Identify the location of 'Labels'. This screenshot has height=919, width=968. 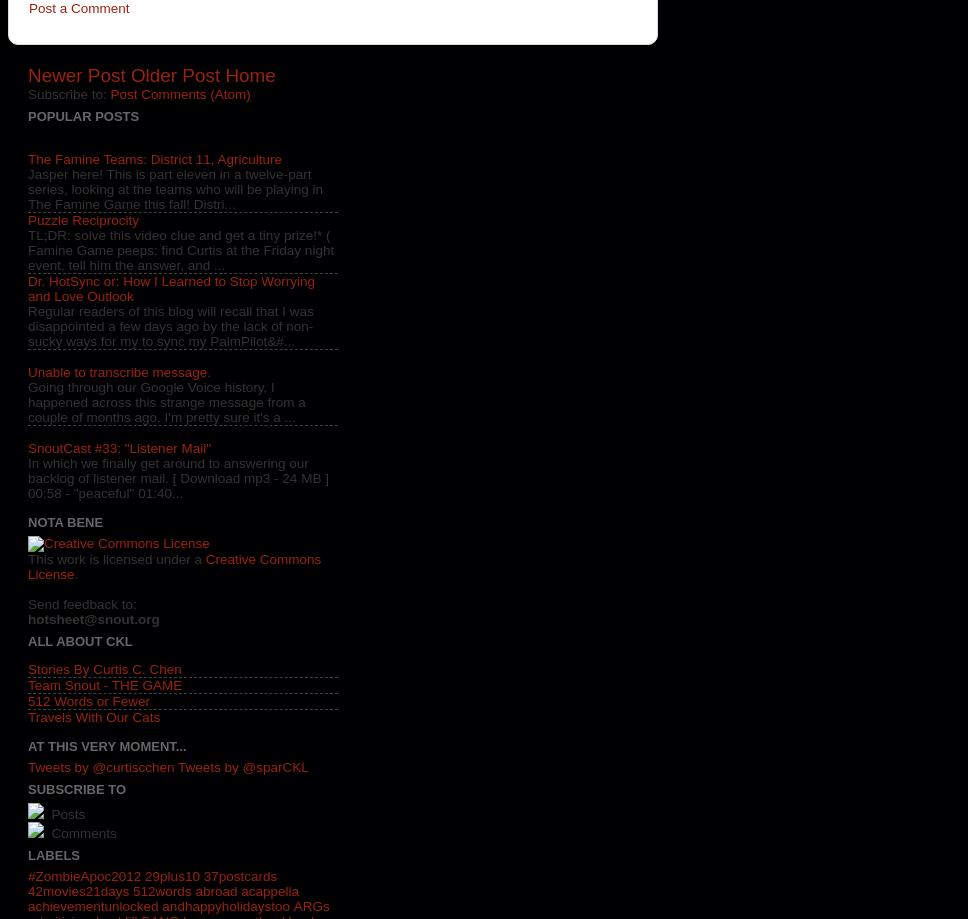
(53, 853).